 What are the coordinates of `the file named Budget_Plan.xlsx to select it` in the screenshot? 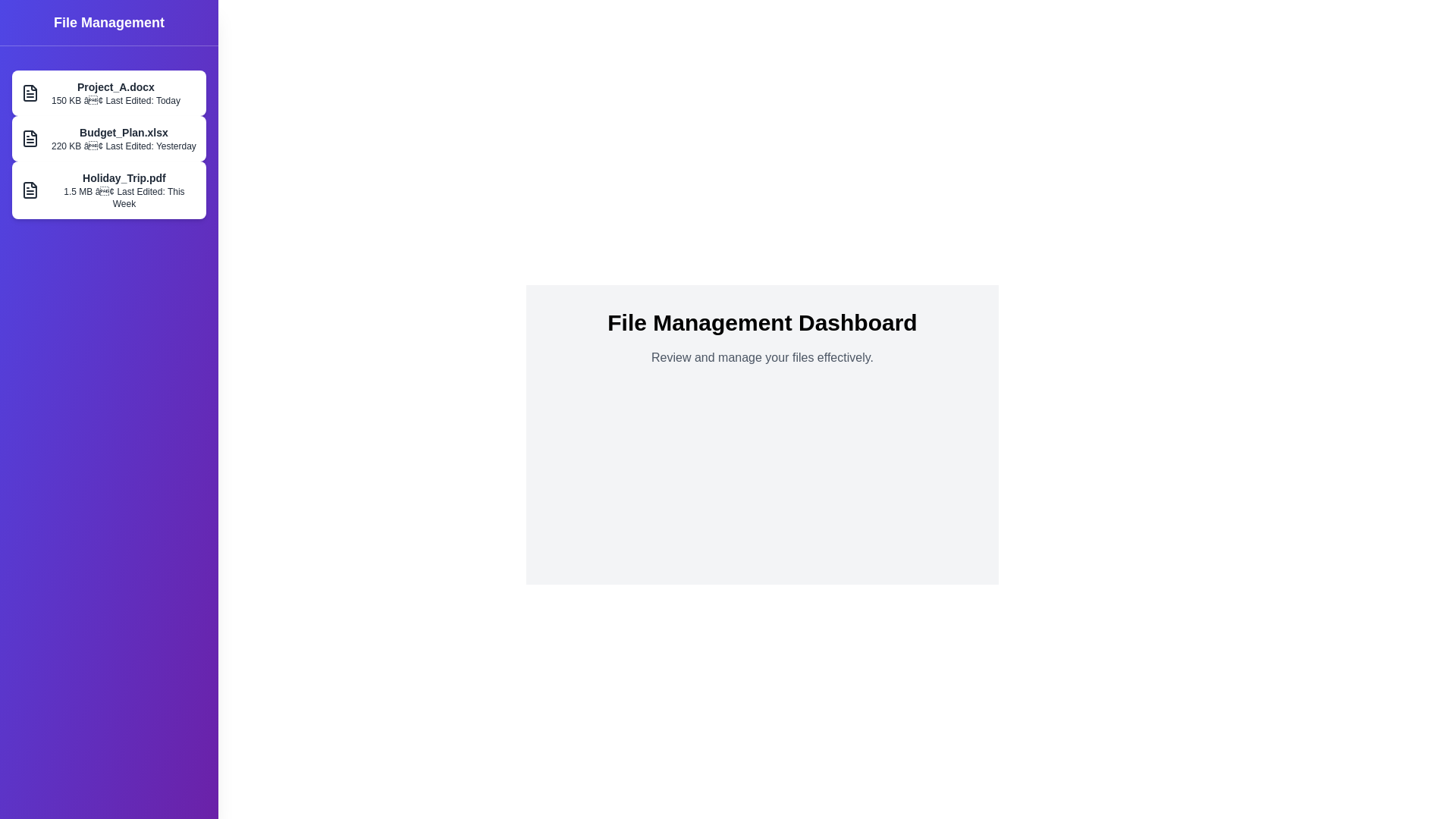 It's located at (108, 138).